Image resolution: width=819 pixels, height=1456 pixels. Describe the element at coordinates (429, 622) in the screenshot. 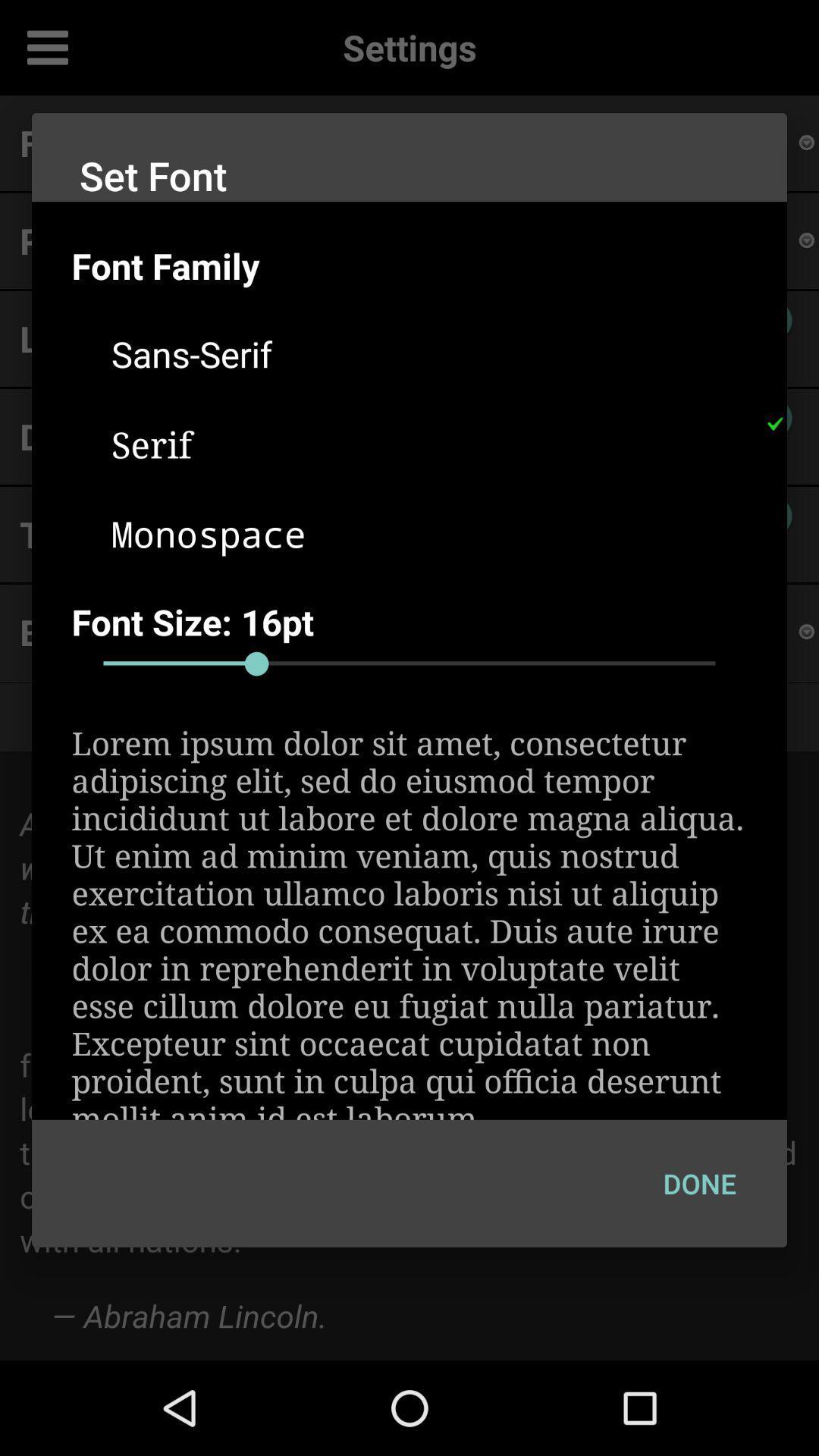

I see `font size: 16pt` at that location.